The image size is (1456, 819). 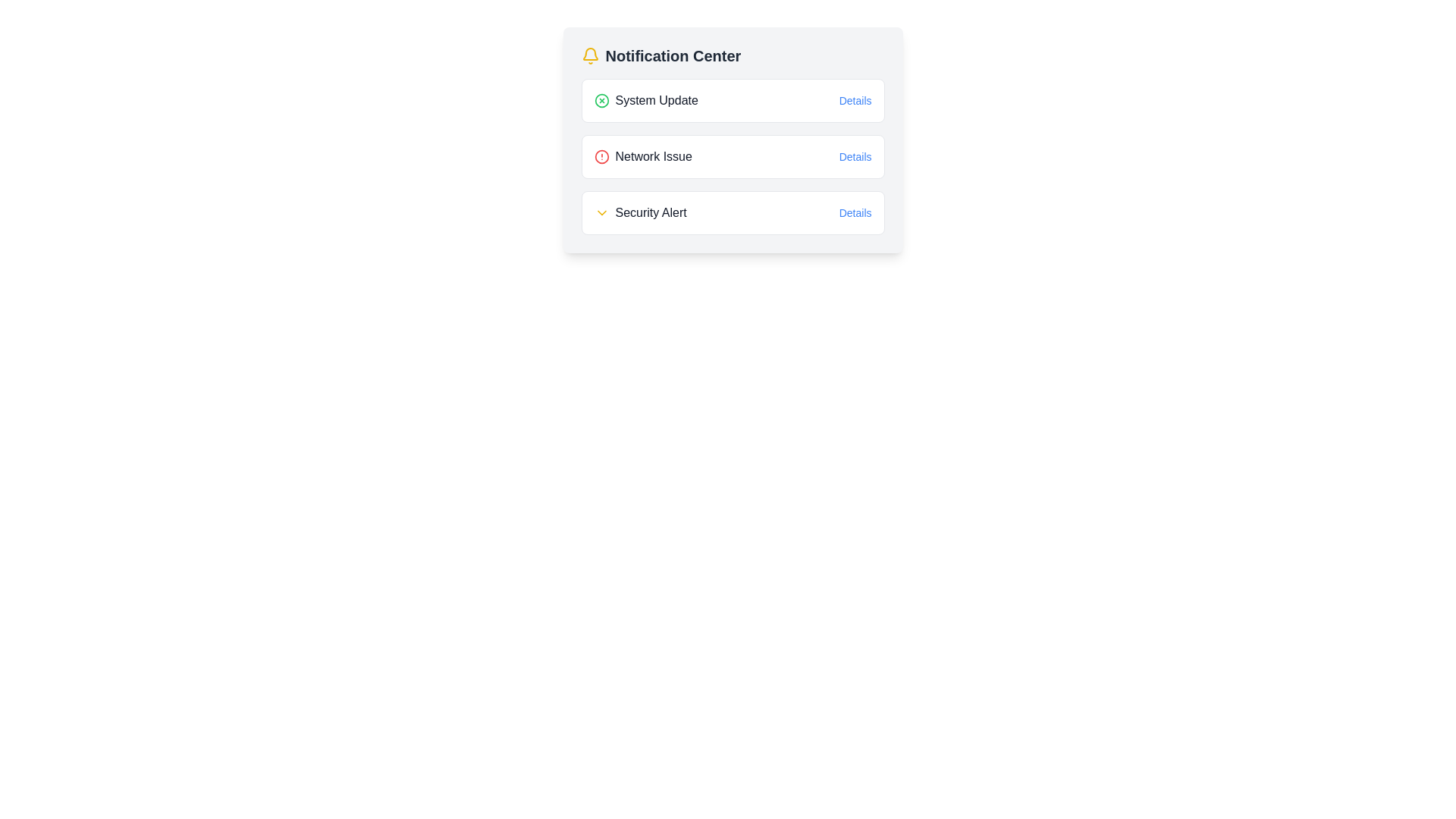 What do you see at coordinates (646, 100) in the screenshot?
I see `text of the first notification entry in the 'Notification Center' which indicates the system update status` at bounding box center [646, 100].